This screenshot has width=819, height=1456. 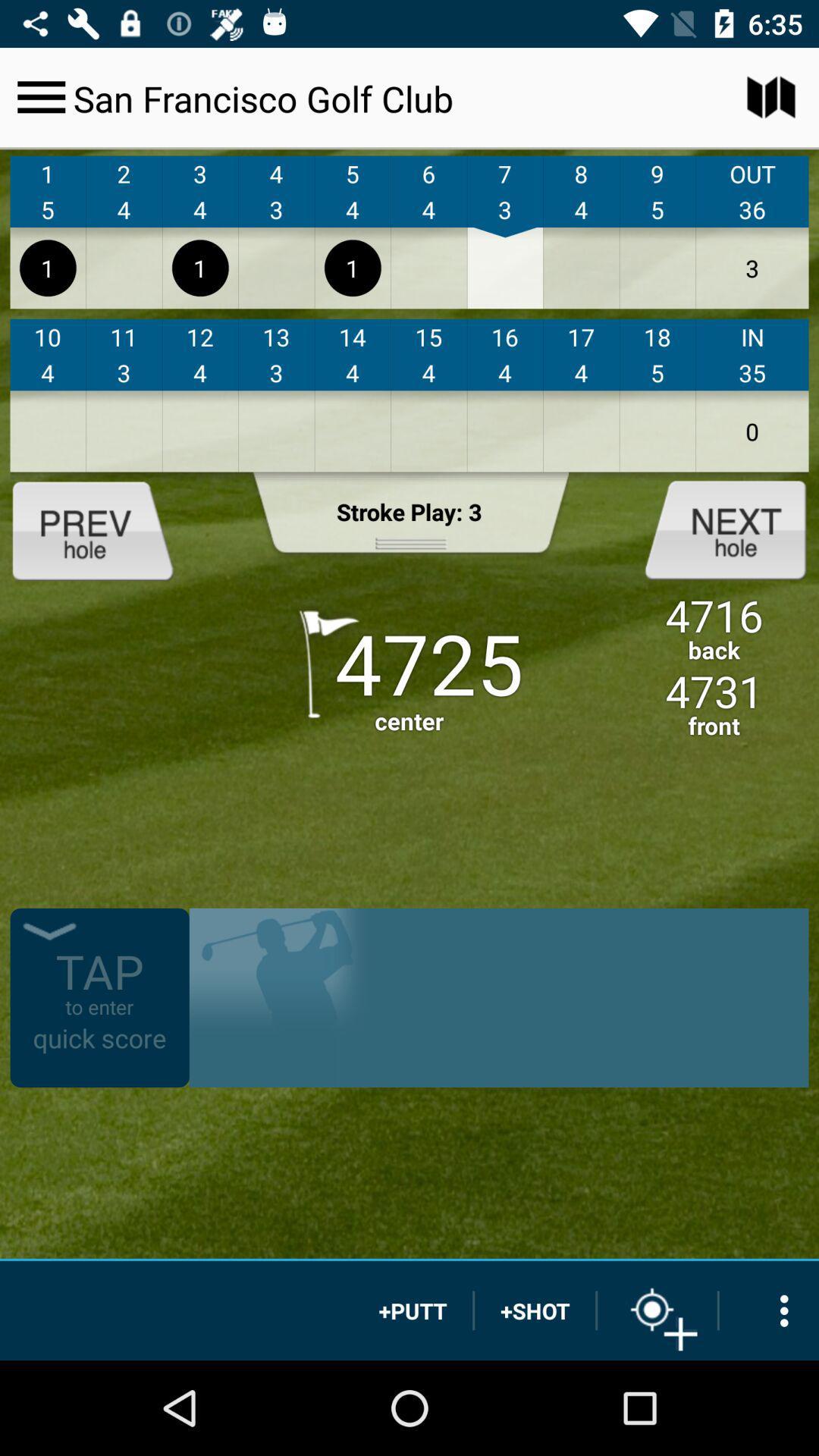 I want to click on open menu, so click(x=40, y=96).